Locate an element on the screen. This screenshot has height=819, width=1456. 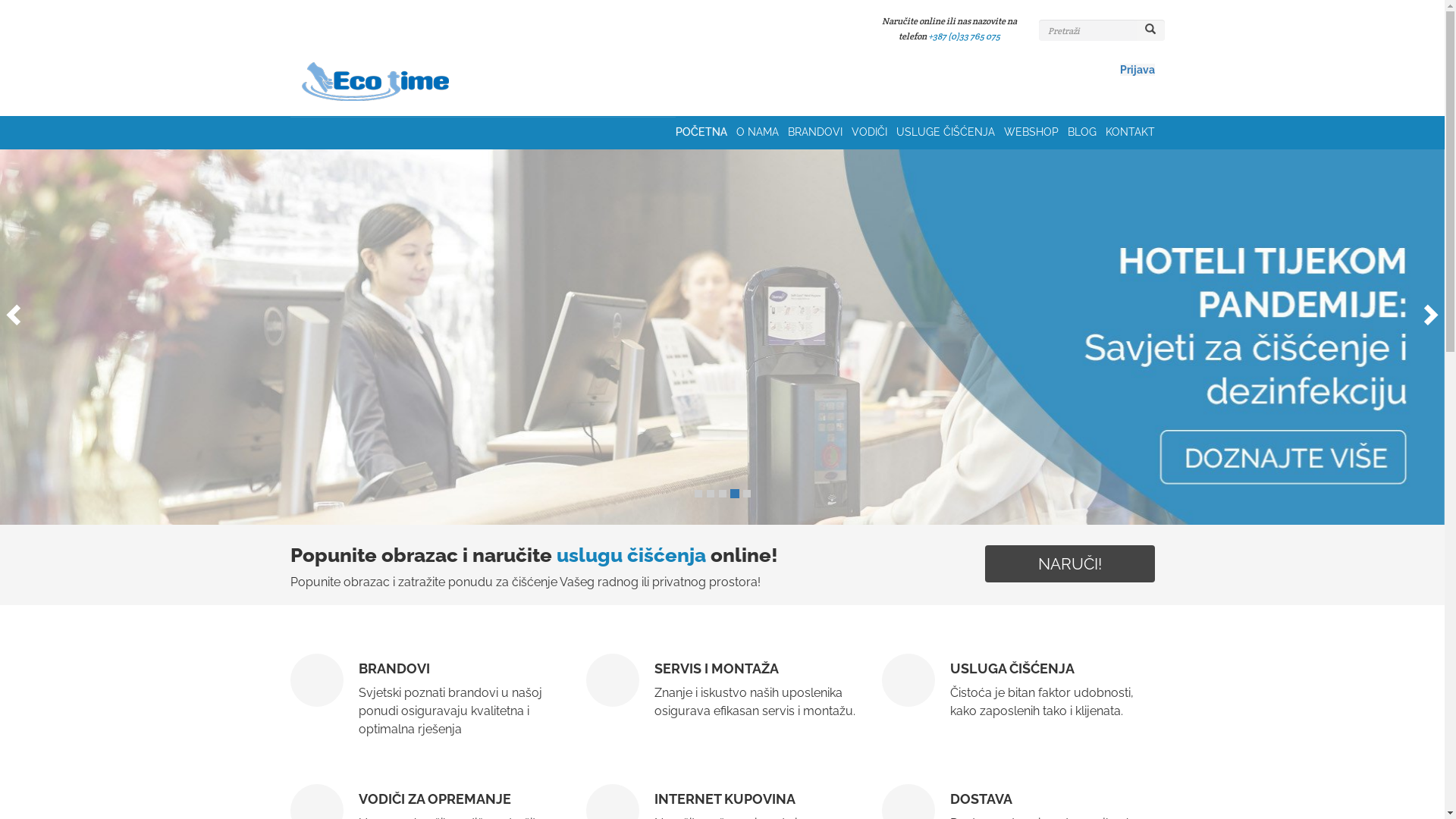
'WEBSHOP' is located at coordinates (1035, 131).